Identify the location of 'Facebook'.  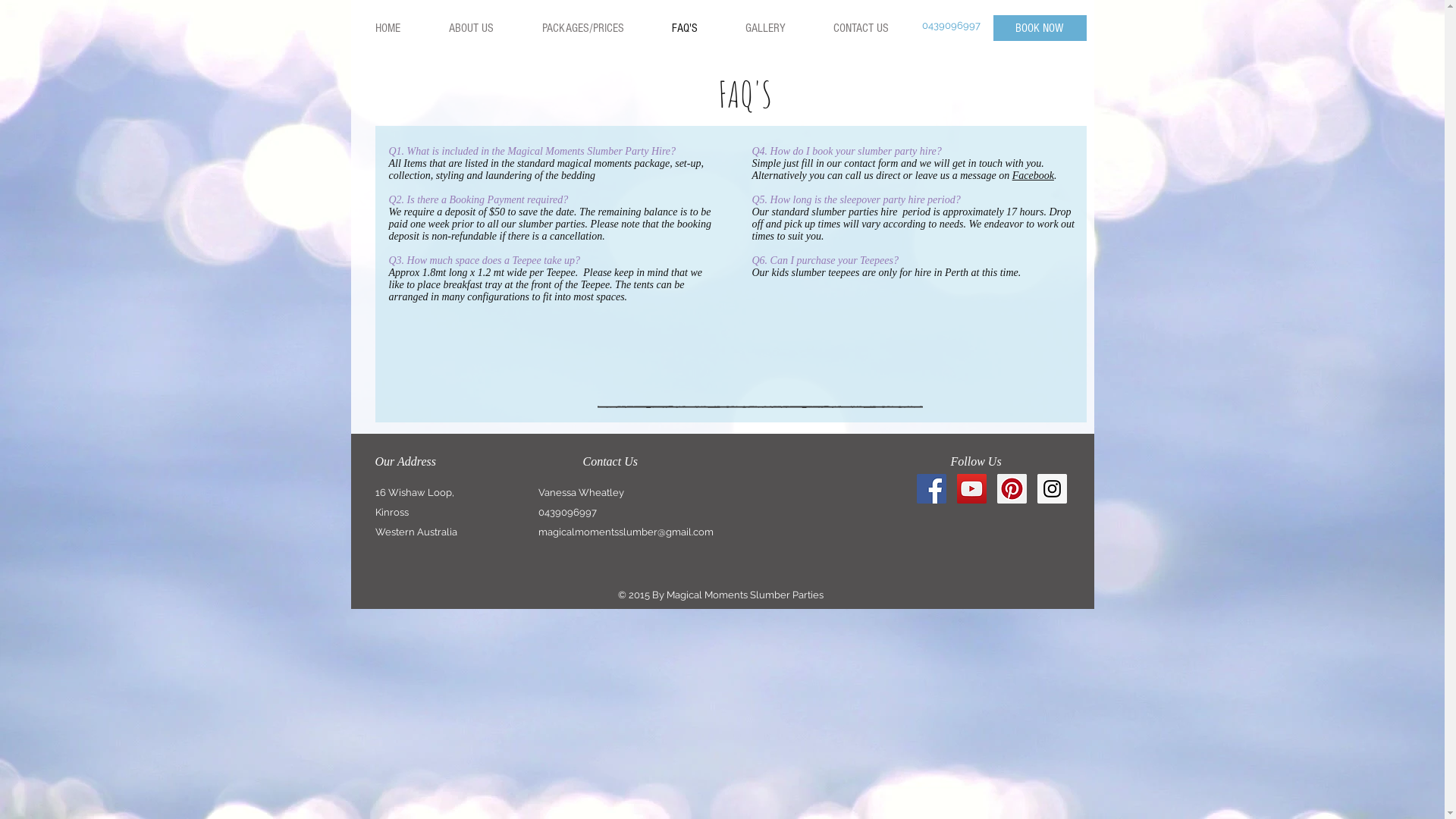
(1032, 174).